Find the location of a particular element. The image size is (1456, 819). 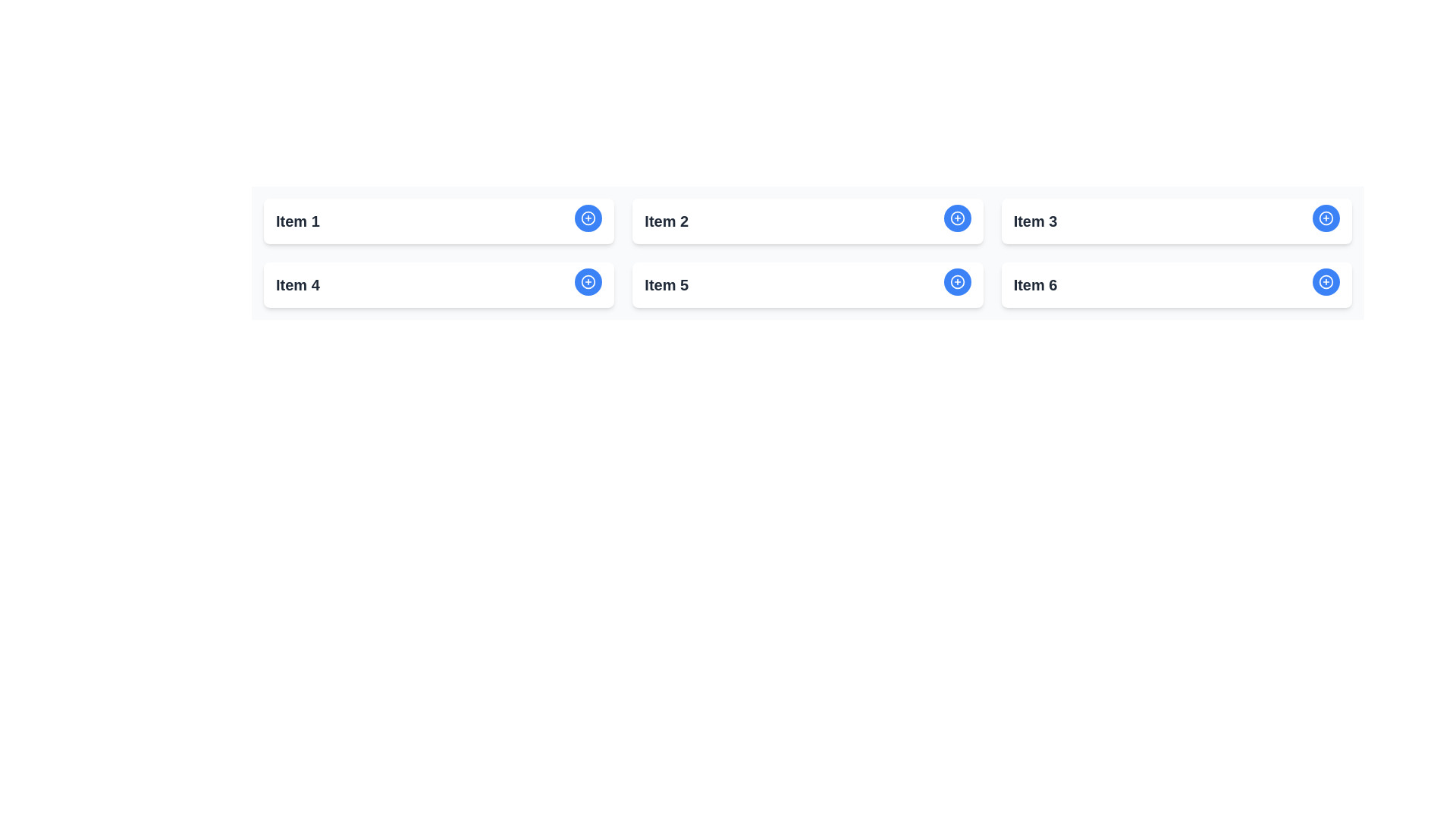

the circular blue button with a white '+' icon located at the bottom-right corner of the 'Item 1' card is located at coordinates (588, 218).